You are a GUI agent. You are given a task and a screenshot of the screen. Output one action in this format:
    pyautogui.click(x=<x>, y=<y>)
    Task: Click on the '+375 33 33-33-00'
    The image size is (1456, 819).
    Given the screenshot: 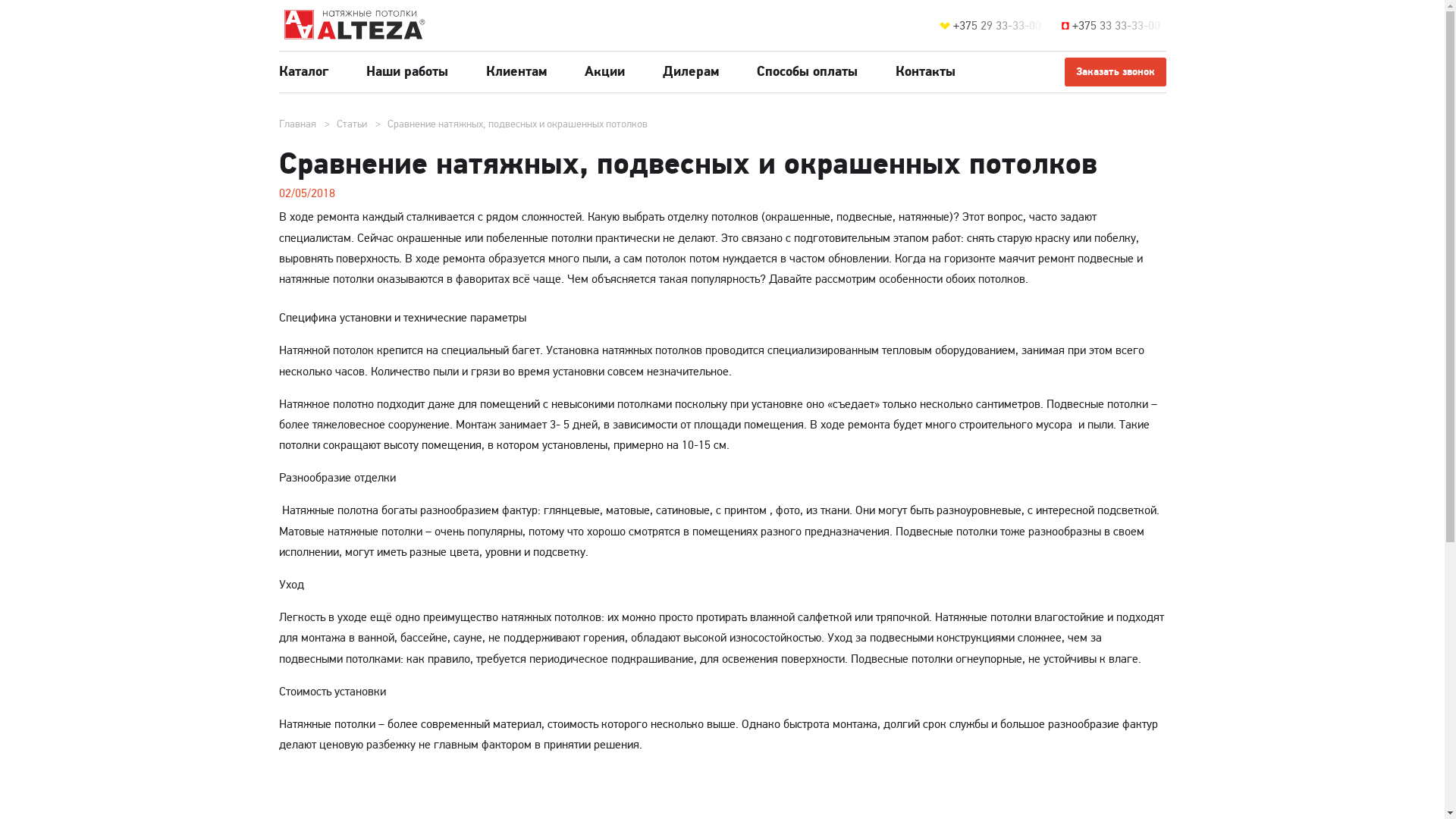 What is the action you would take?
    pyautogui.click(x=1072, y=26)
    